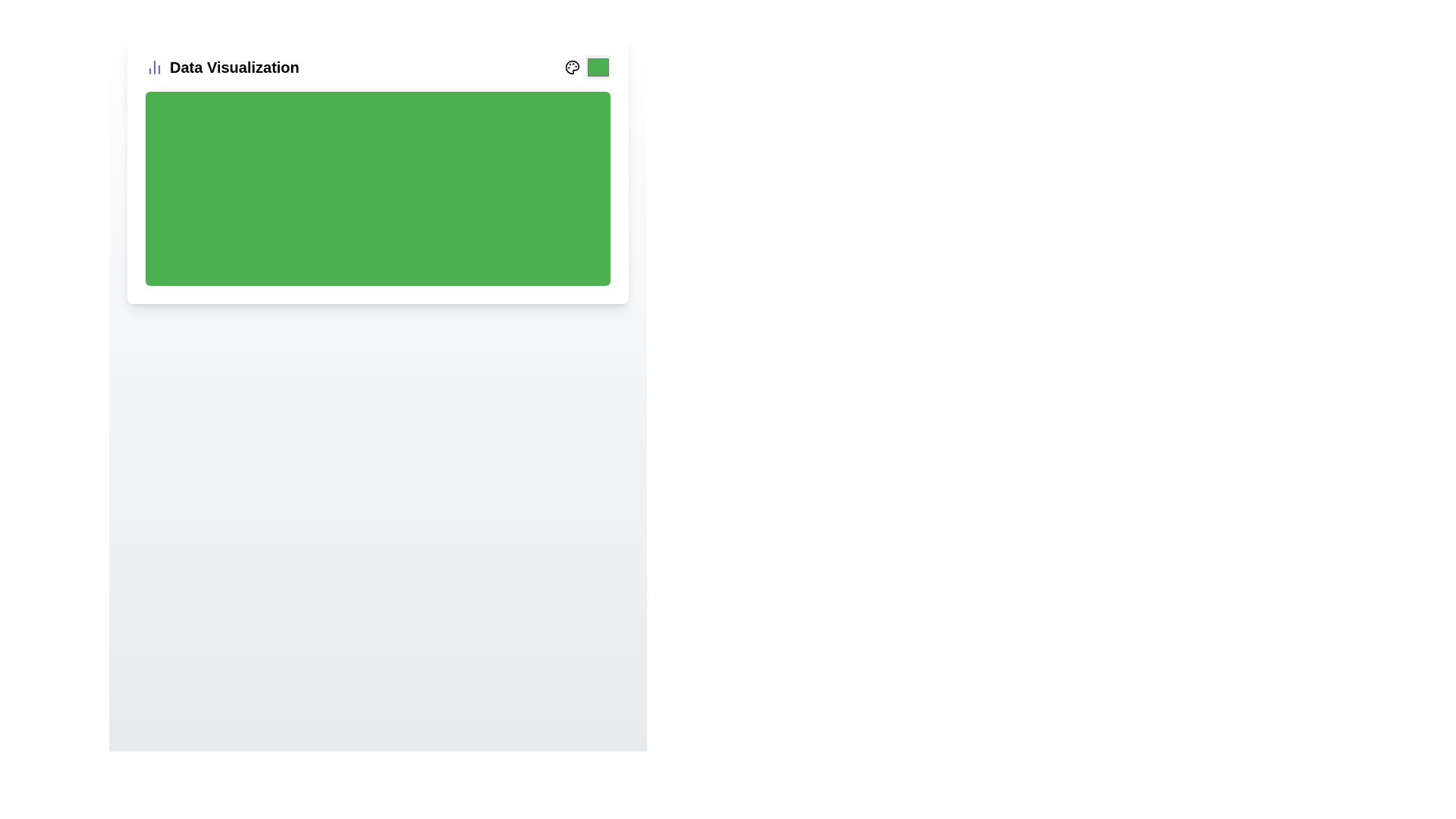 This screenshot has height=819, width=1456. What do you see at coordinates (571, 66) in the screenshot?
I see `the static icon illustrating a palette symbolizing color-related settings, located to the left of the color picker box at the top-right corner of a card-like section` at bounding box center [571, 66].